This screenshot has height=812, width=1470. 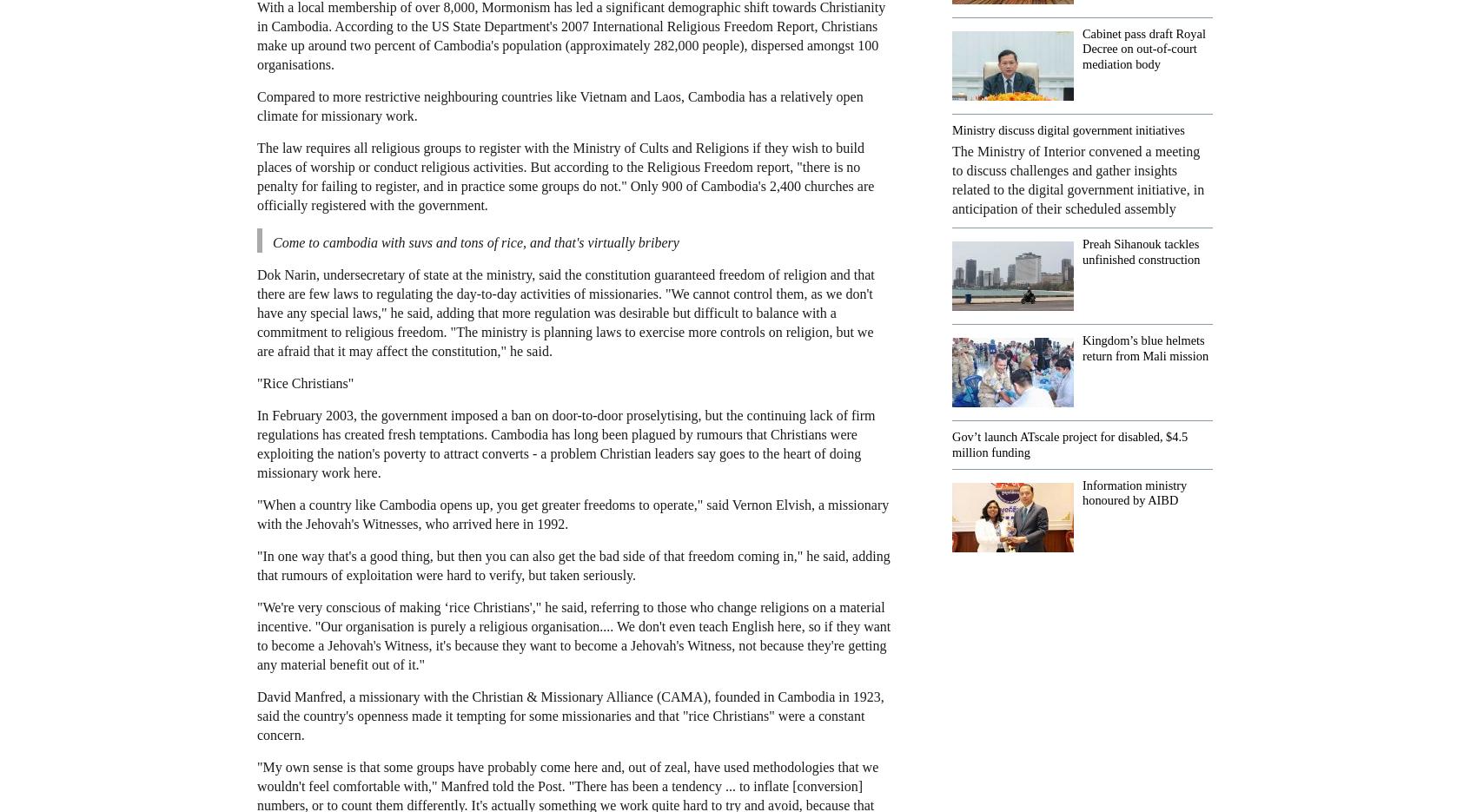 What do you see at coordinates (272, 241) in the screenshot?
I see `'Come to cambodia with suvs and tons of rice, and that's virtually bribery'` at bounding box center [272, 241].